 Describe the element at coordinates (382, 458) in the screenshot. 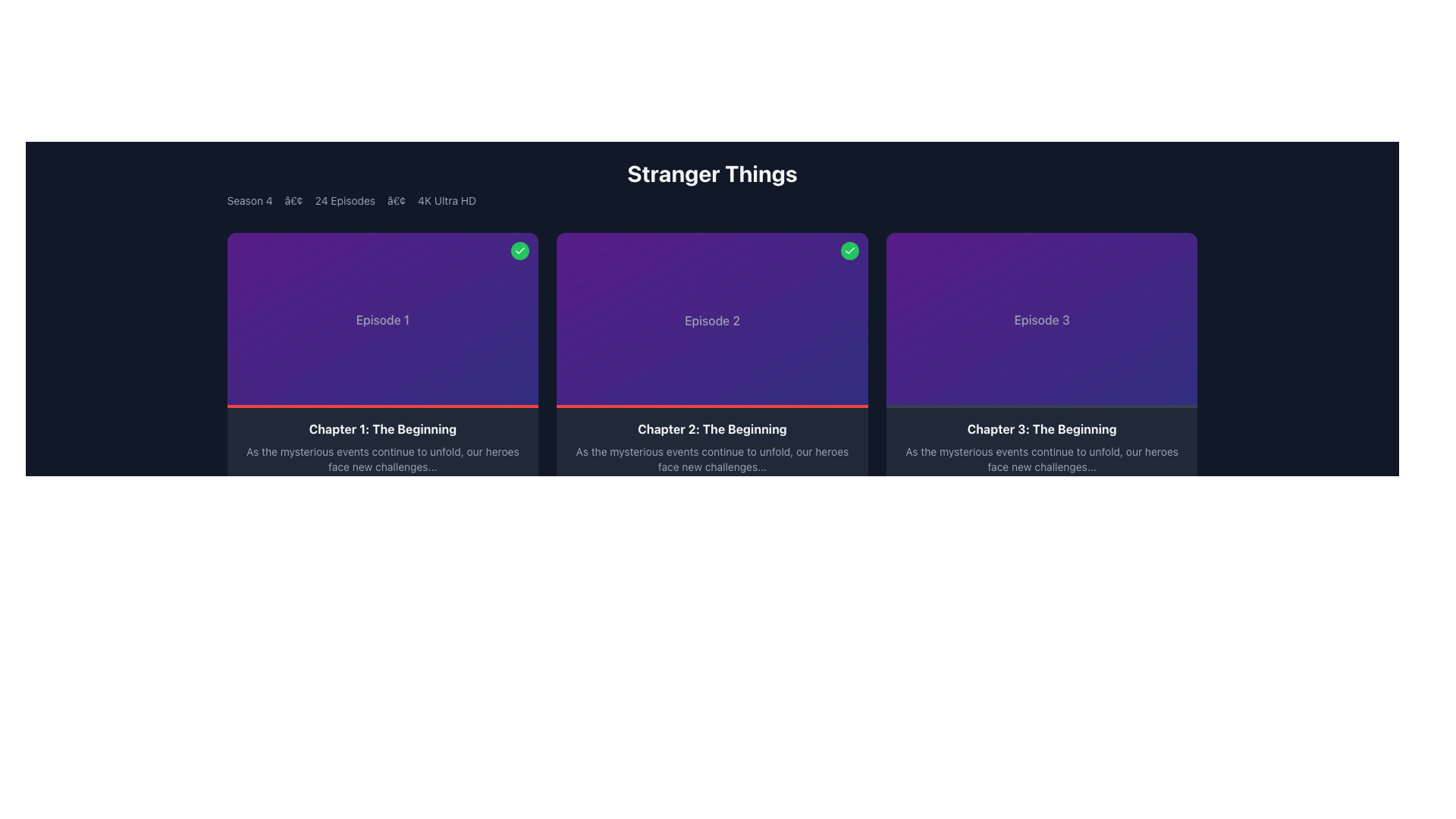

I see `the text element that provides a brief narrative or description of the episode, located below 'Chapter 1: The Beginning'` at that location.